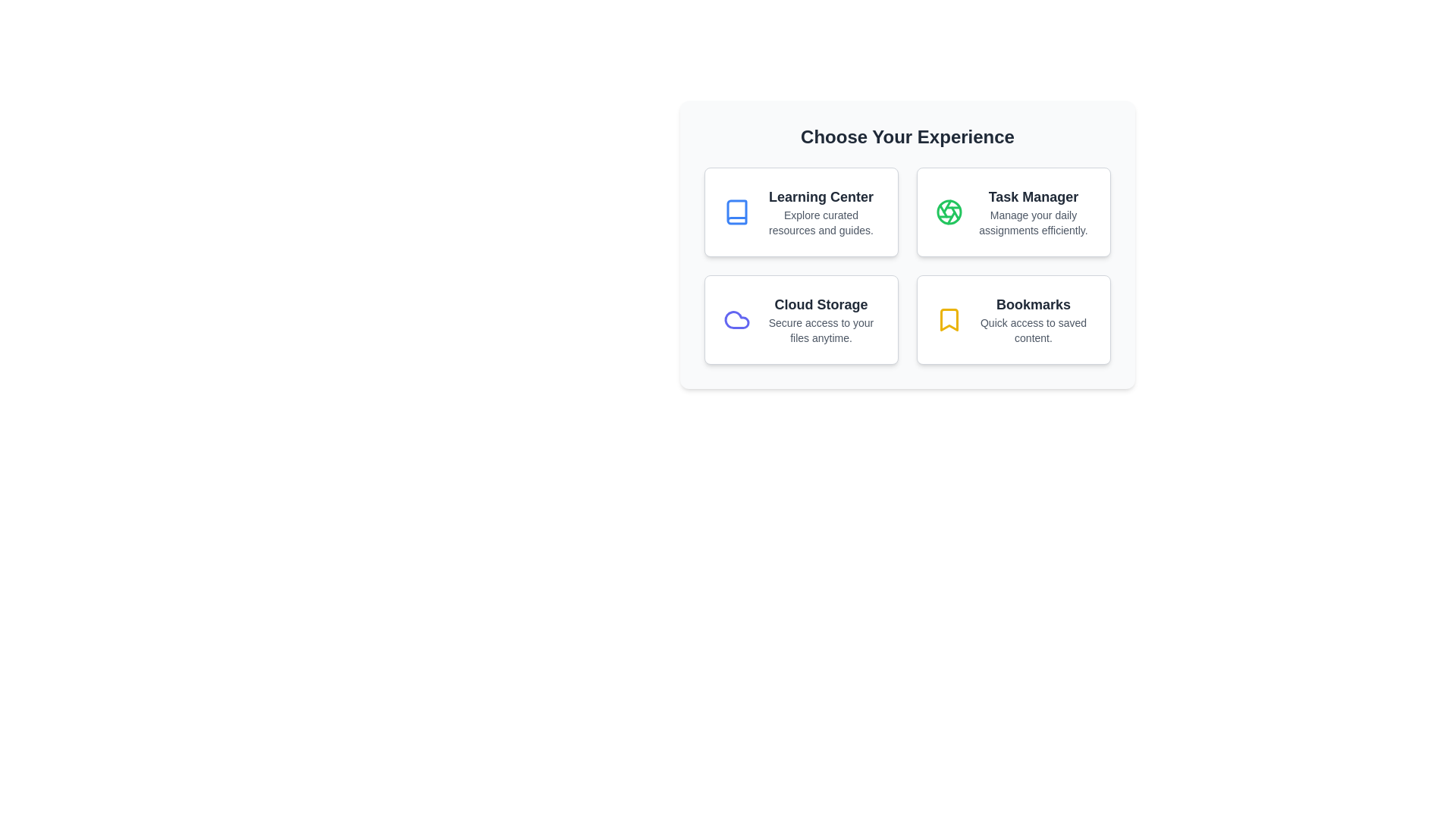 The image size is (1456, 819). Describe the element at coordinates (821, 329) in the screenshot. I see `the subtitle or tagline text located below the 'Cloud Storage' heading in the bottom left quadrant of the card layout` at that location.